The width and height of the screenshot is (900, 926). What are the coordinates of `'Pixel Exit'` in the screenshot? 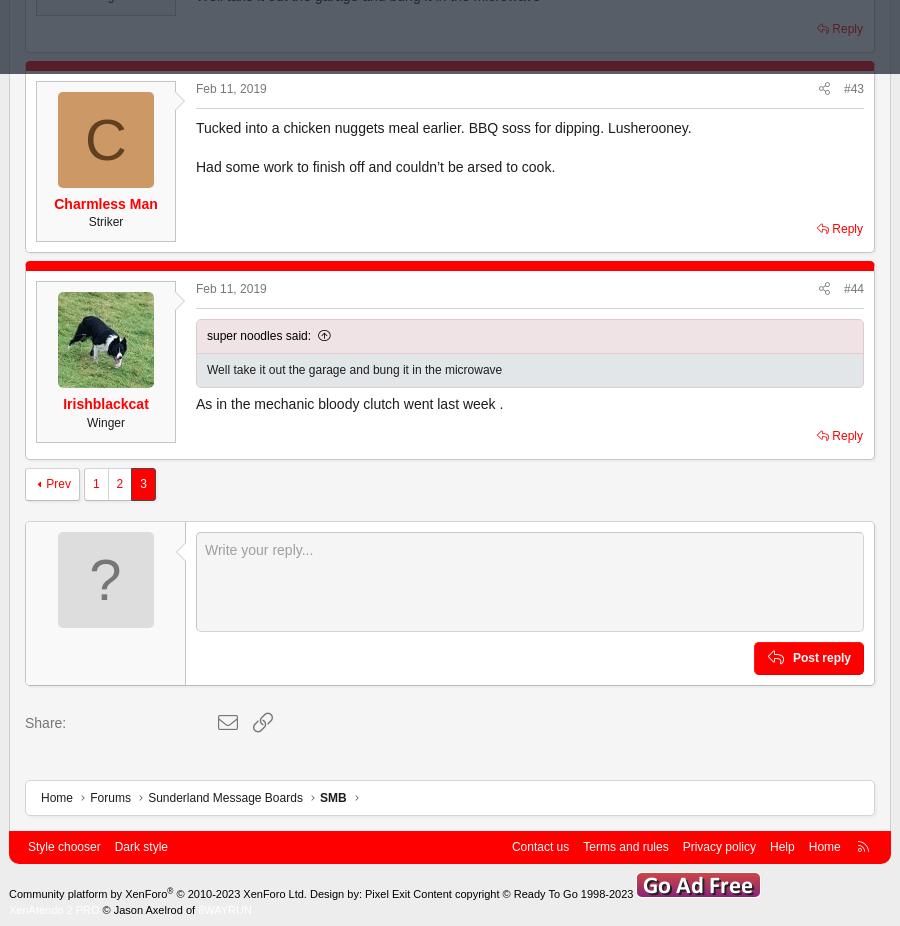 It's located at (387, 893).